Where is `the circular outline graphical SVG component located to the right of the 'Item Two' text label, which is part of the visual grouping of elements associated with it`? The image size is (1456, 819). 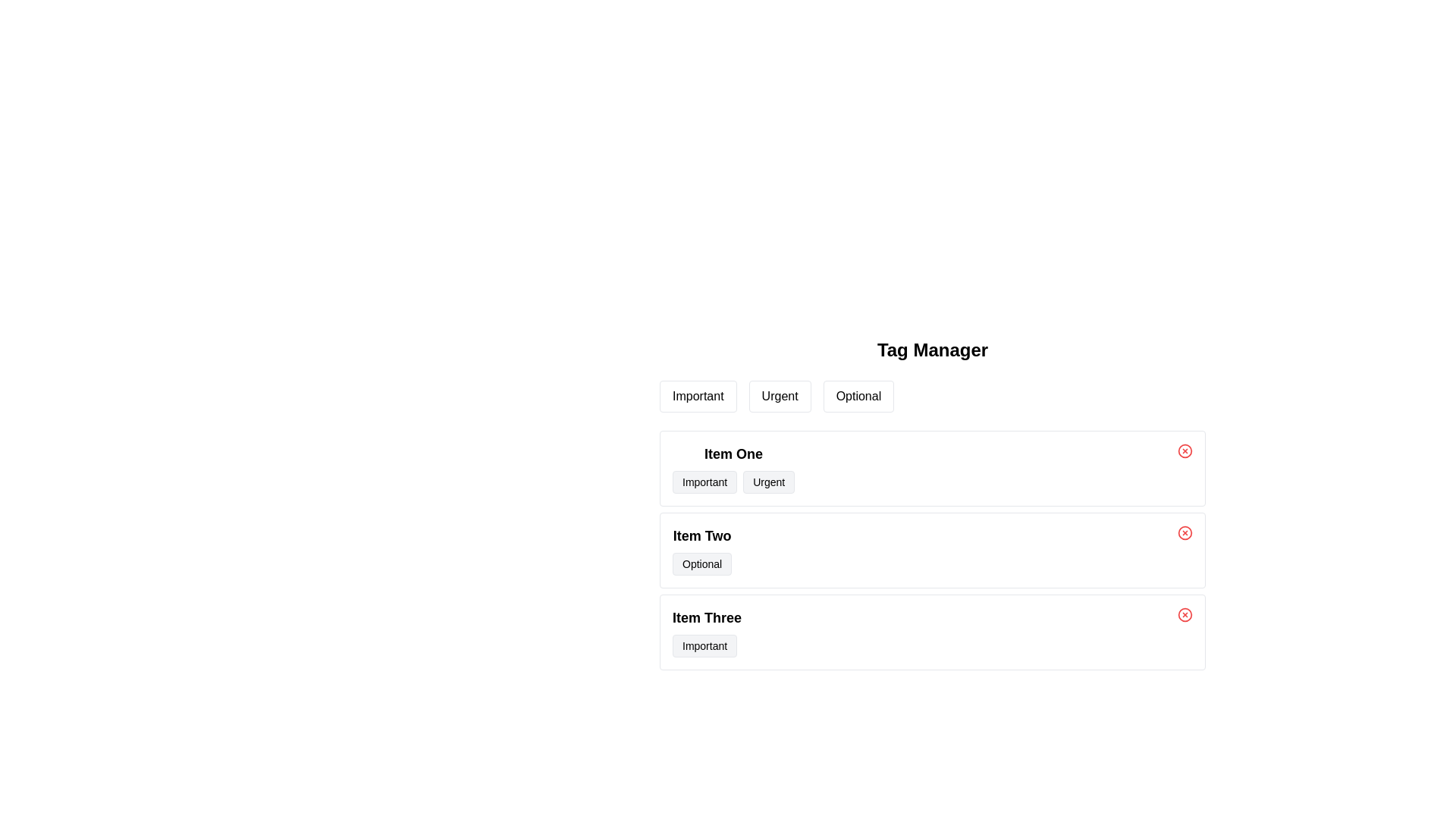 the circular outline graphical SVG component located to the right of the 'Item Two' text label, which is part of the visual grouping of elements associated with it is located at coordinates (1185, 532).